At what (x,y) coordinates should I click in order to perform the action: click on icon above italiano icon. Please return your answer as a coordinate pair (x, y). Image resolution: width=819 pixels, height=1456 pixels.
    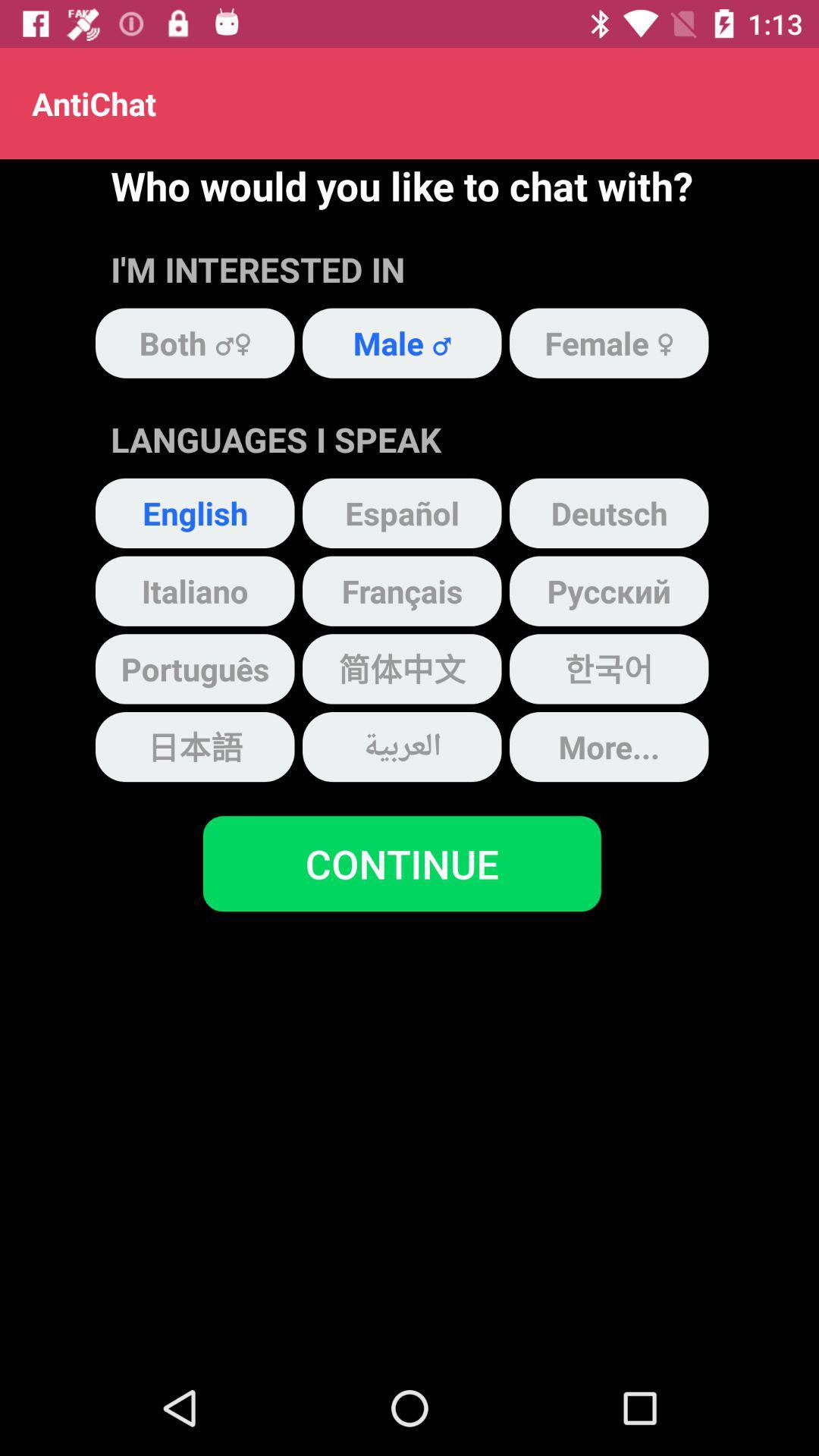
    Looking at the image, I should click on (194, 513).